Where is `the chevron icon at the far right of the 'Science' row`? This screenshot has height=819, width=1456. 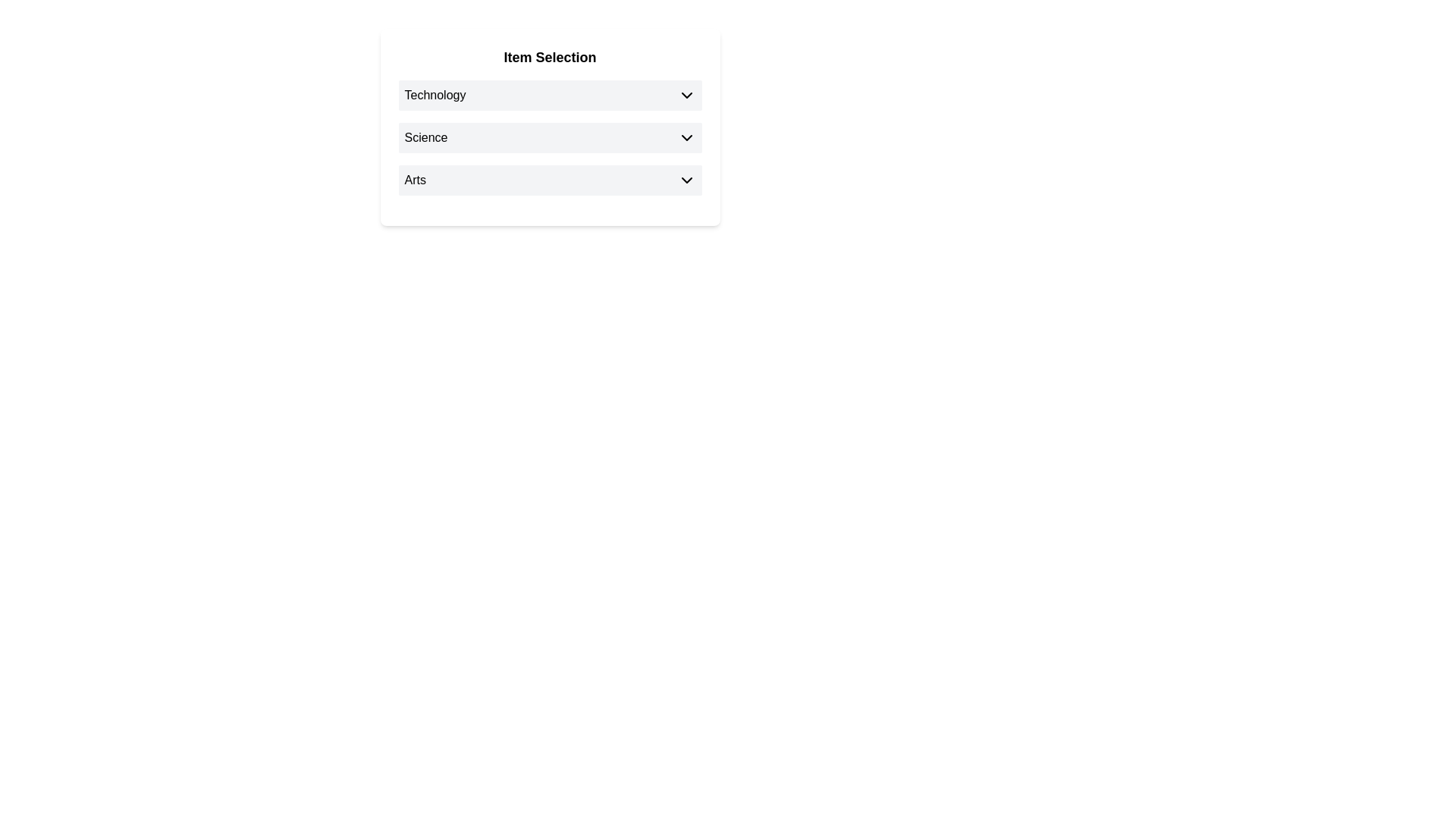 the chevron icon at the far right of the 'Science' row is located at coordinates (686, 137).